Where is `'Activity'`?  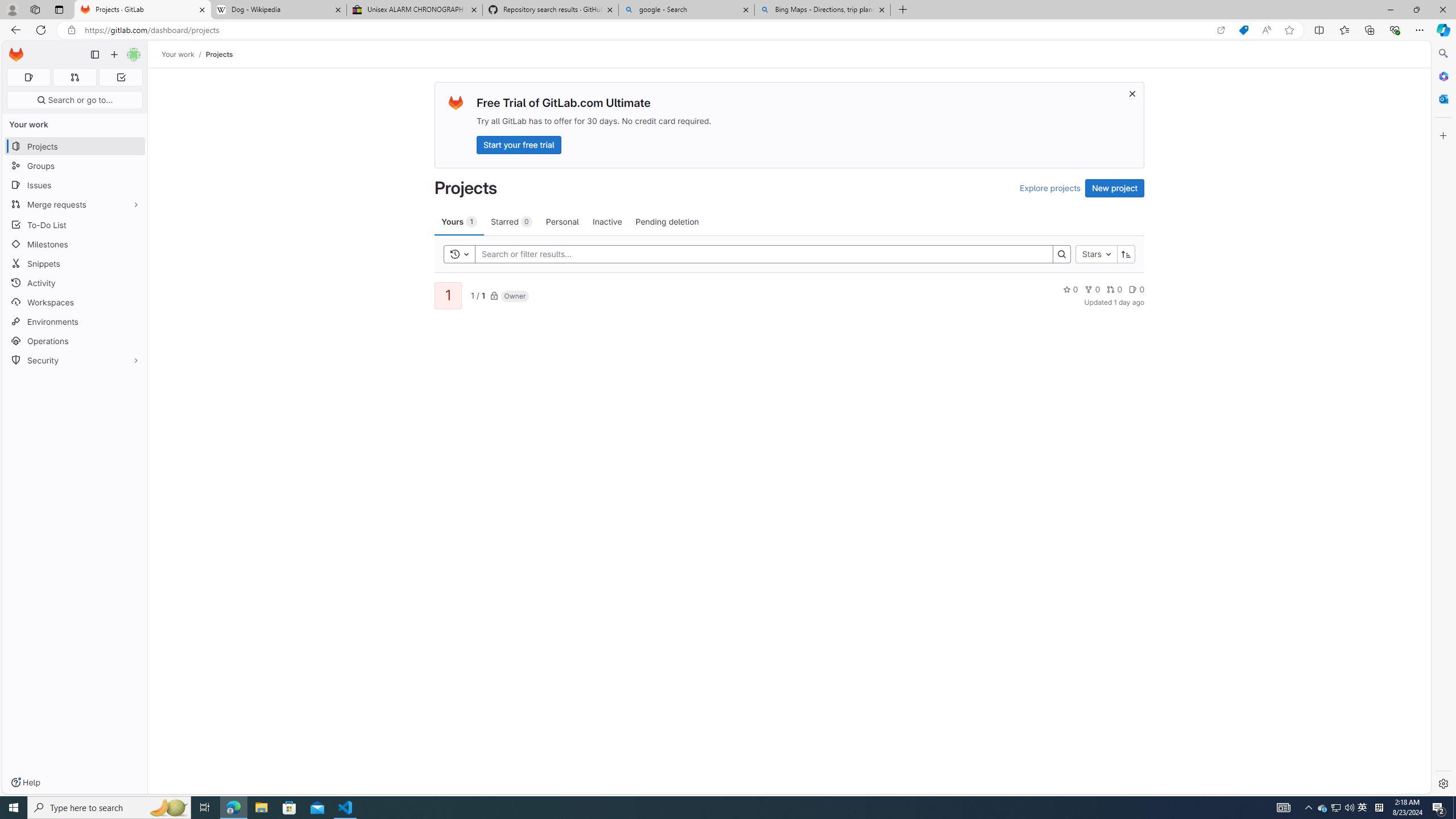 'Activity' is located at coordinates (74, 283).